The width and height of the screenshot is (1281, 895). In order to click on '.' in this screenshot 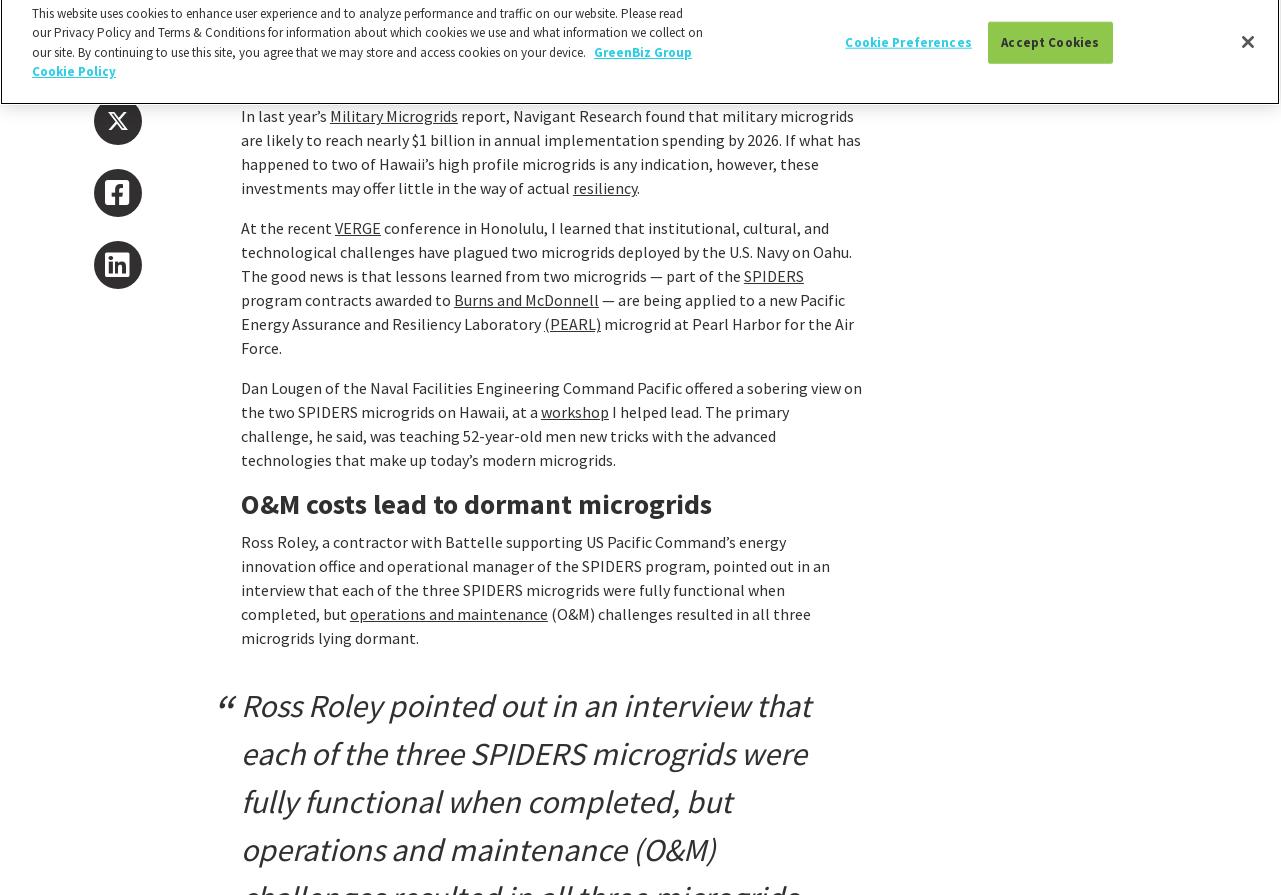, I will do `click(637, 188)`.